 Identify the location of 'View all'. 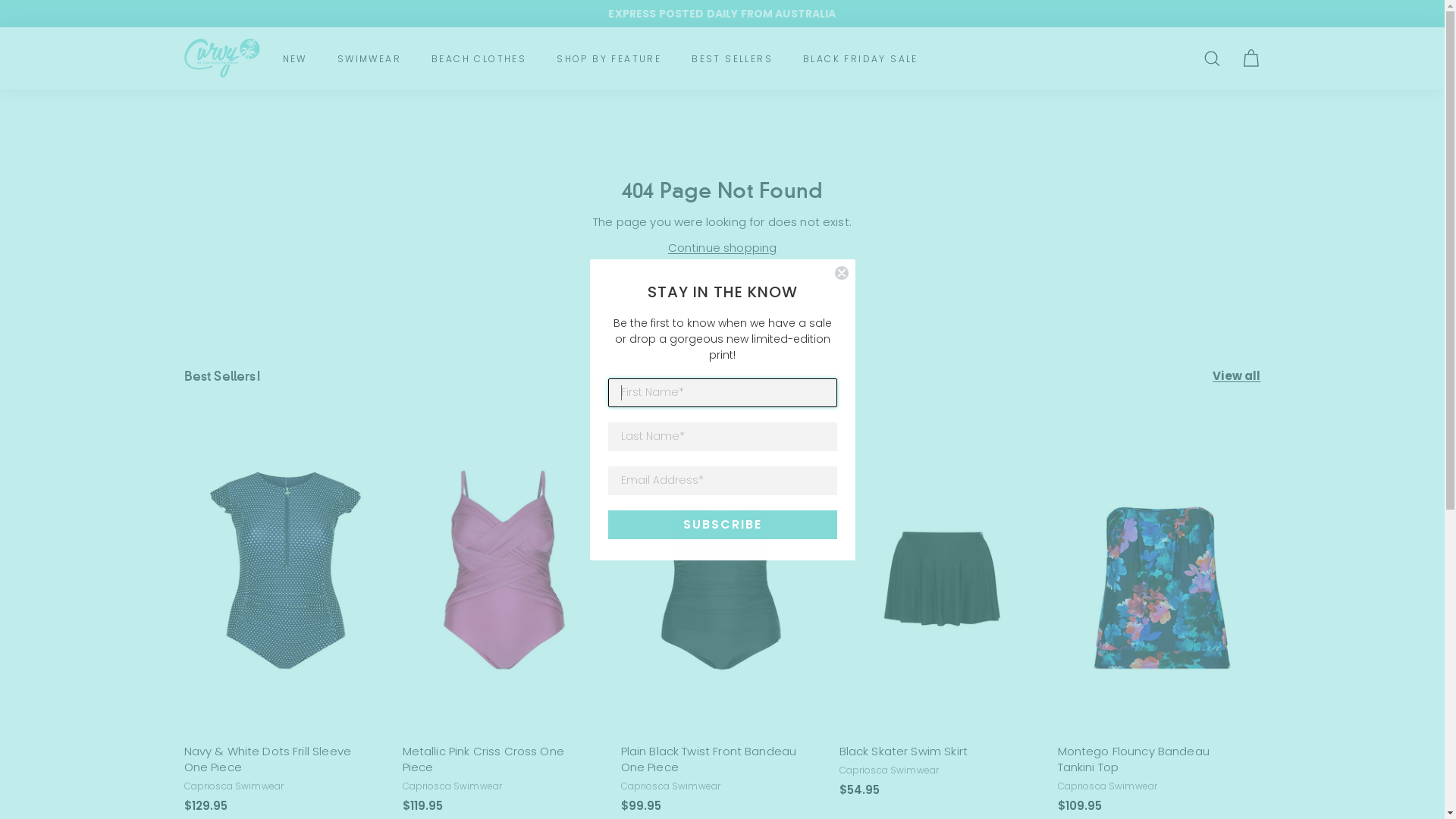
(1236, 375).